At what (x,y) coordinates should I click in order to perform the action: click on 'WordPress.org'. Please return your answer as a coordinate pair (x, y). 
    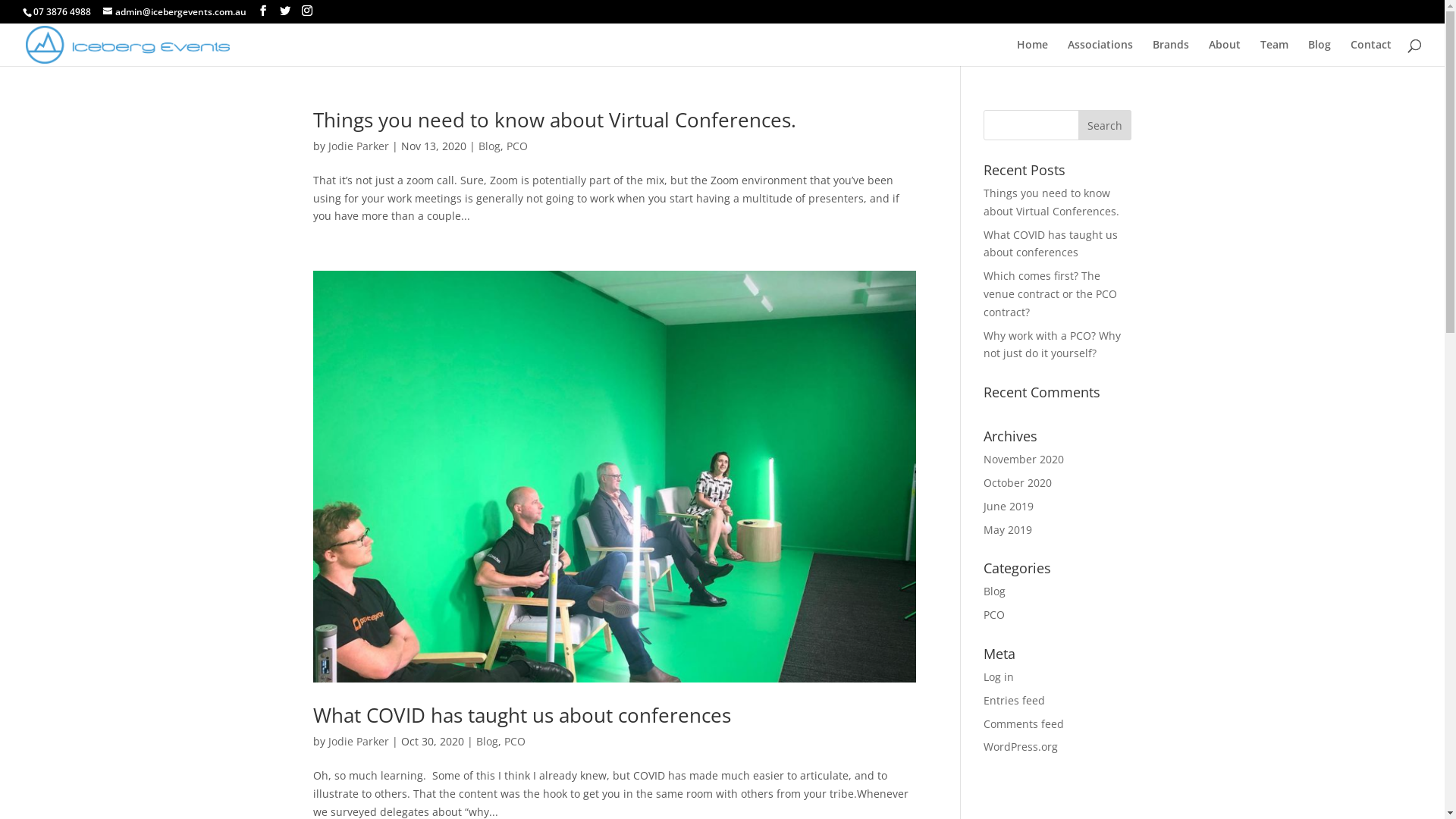
    Looking at the image, I should click on (983, 745).